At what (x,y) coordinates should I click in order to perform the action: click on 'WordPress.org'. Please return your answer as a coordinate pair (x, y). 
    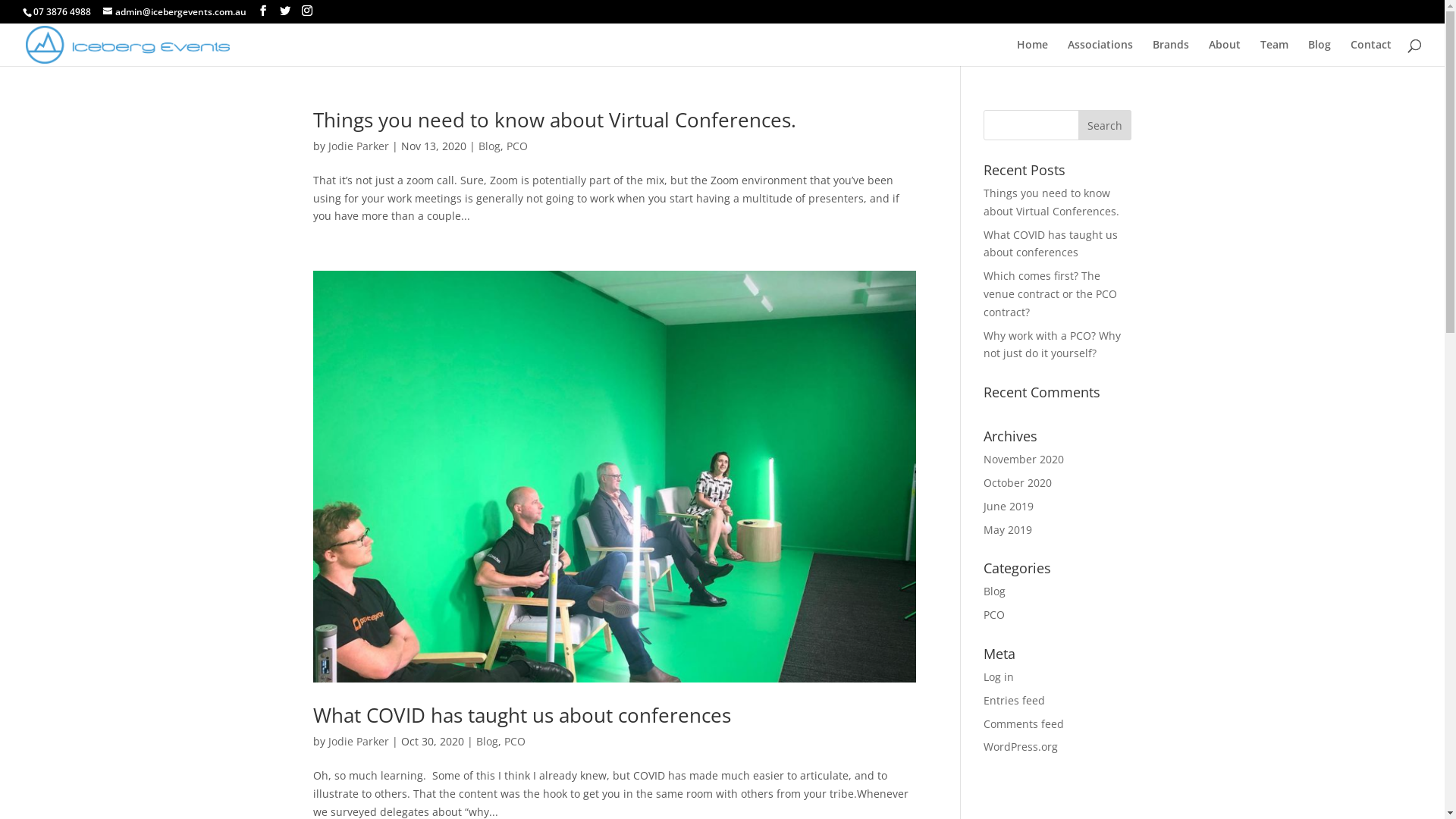
    Looking at the image, I should click on (983, 745).